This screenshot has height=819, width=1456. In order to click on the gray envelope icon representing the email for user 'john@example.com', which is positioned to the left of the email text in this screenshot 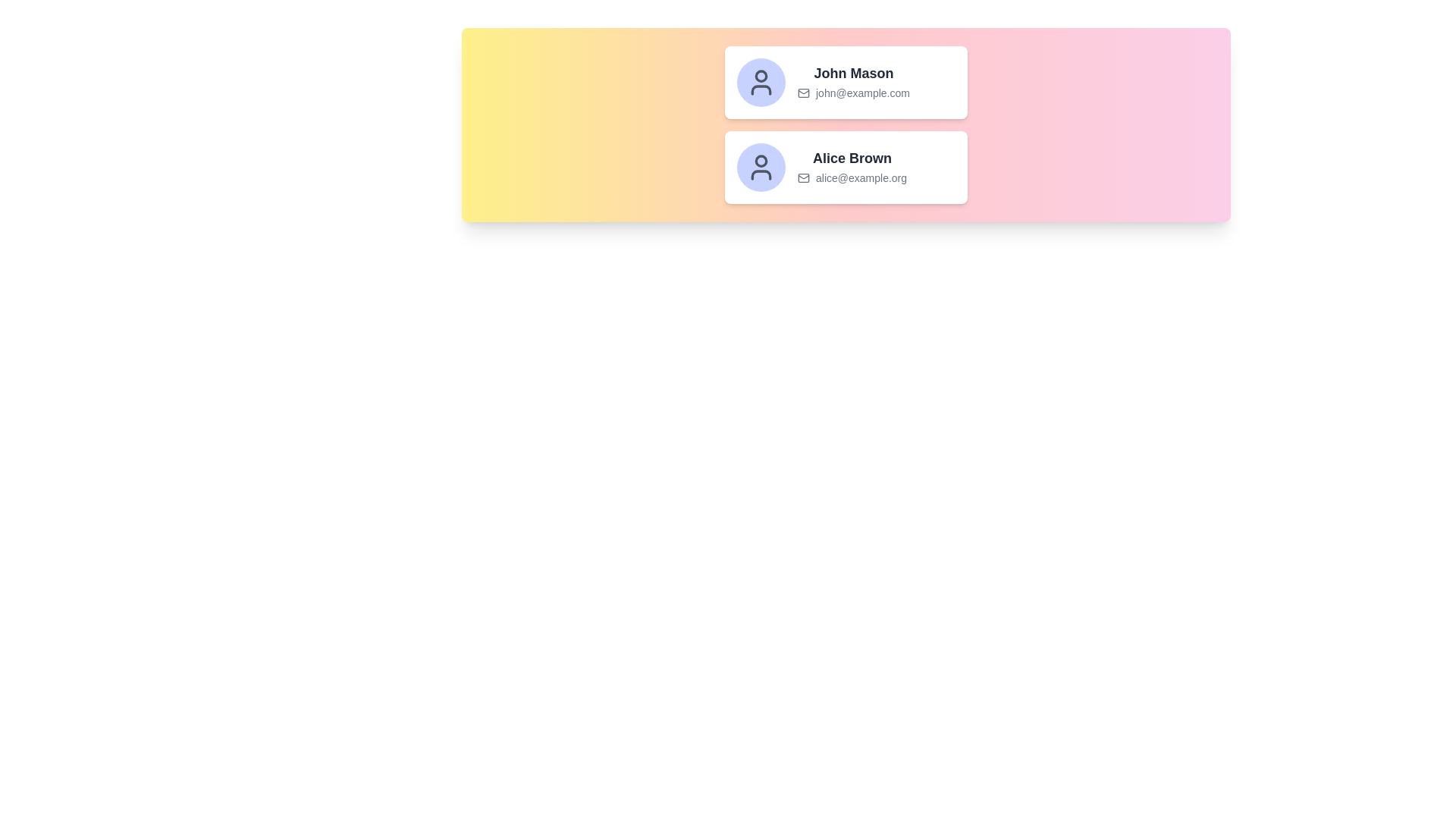, I will do `click(803, 93)`.